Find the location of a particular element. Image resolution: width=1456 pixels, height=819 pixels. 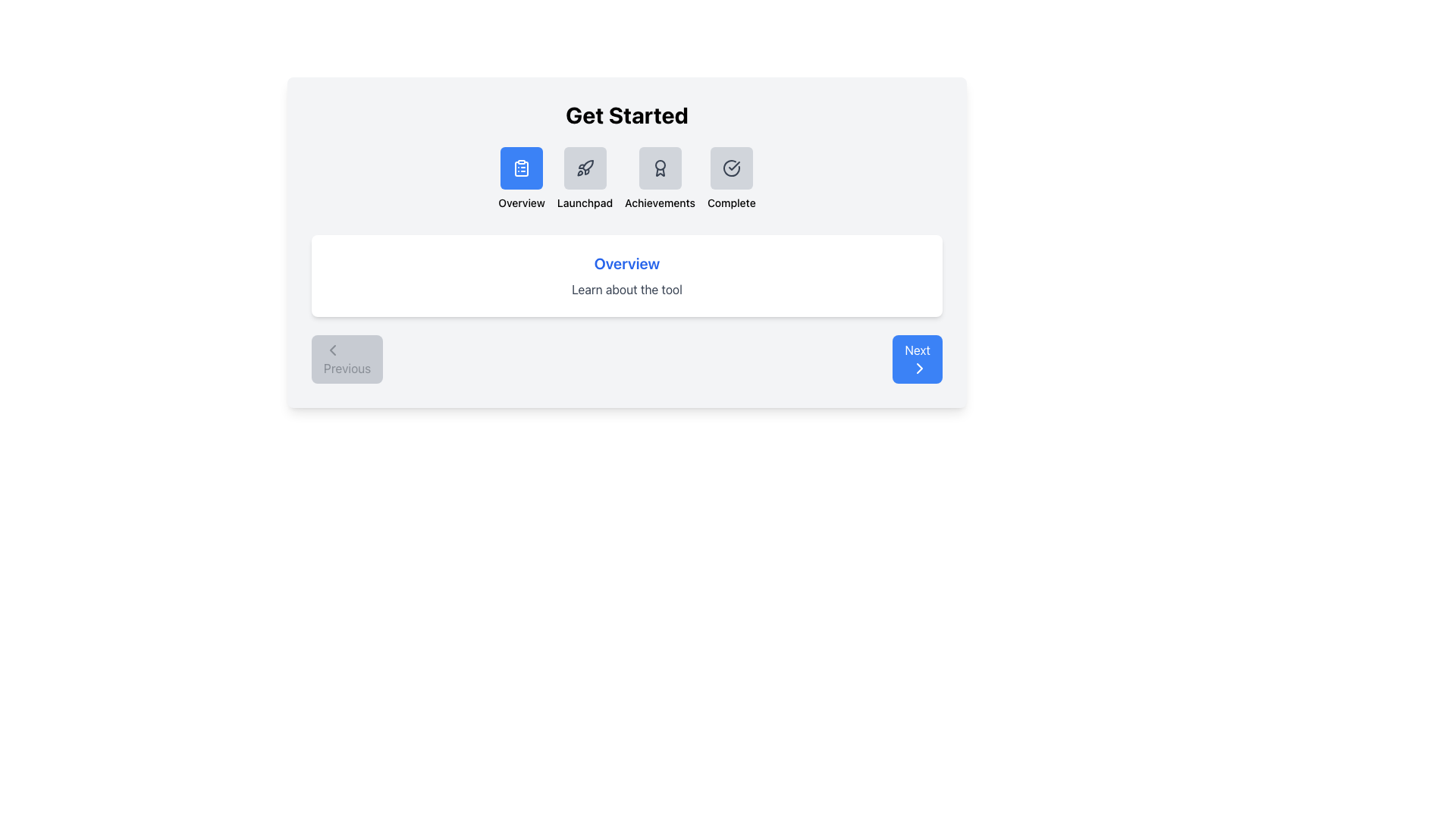

the third icon in the horizontal list under the 'Get Started' header, which is a decorative icon with a medal-like graphic is located at coordinates (660, 168).